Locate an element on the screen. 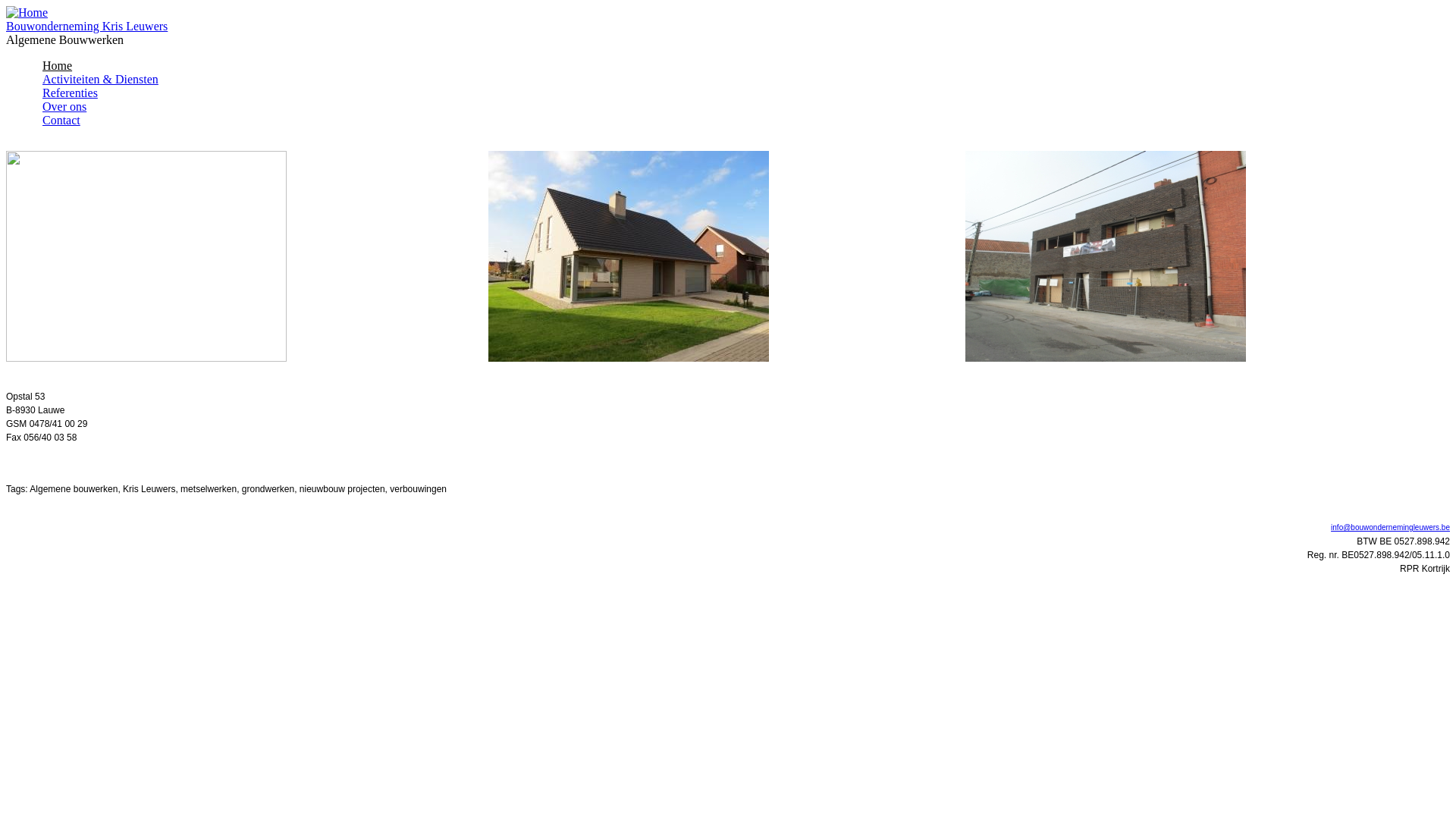 This screenshot has width=1456, height=819. 'Activiteiten & Diensten' is located at coordinates (99, 79).